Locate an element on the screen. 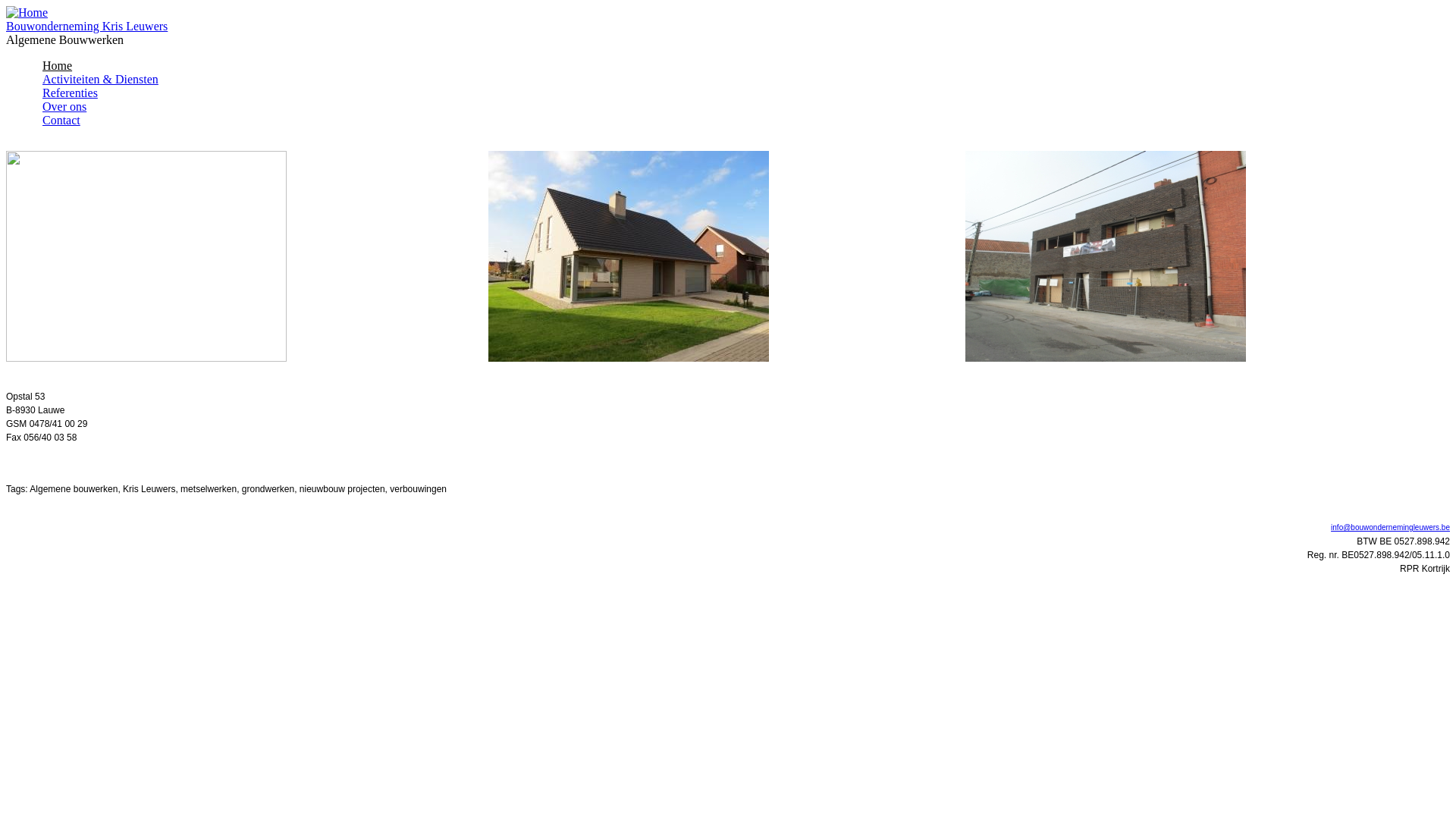 This screenshot has width=1456, height=819. 'Activiteiten & Diensten' is located at coordinates (99, 79).